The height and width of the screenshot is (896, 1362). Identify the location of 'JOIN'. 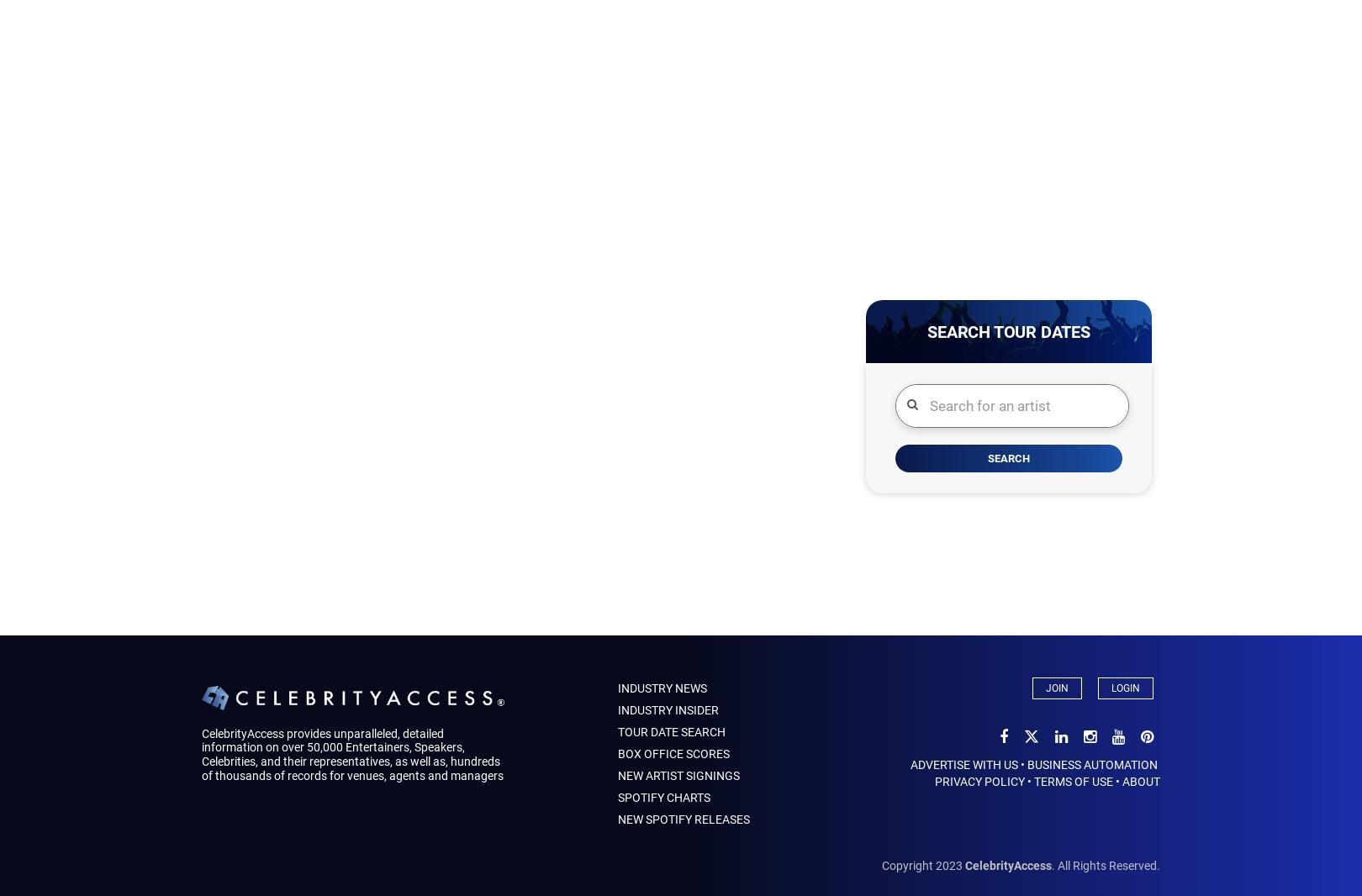
(1057, 688).